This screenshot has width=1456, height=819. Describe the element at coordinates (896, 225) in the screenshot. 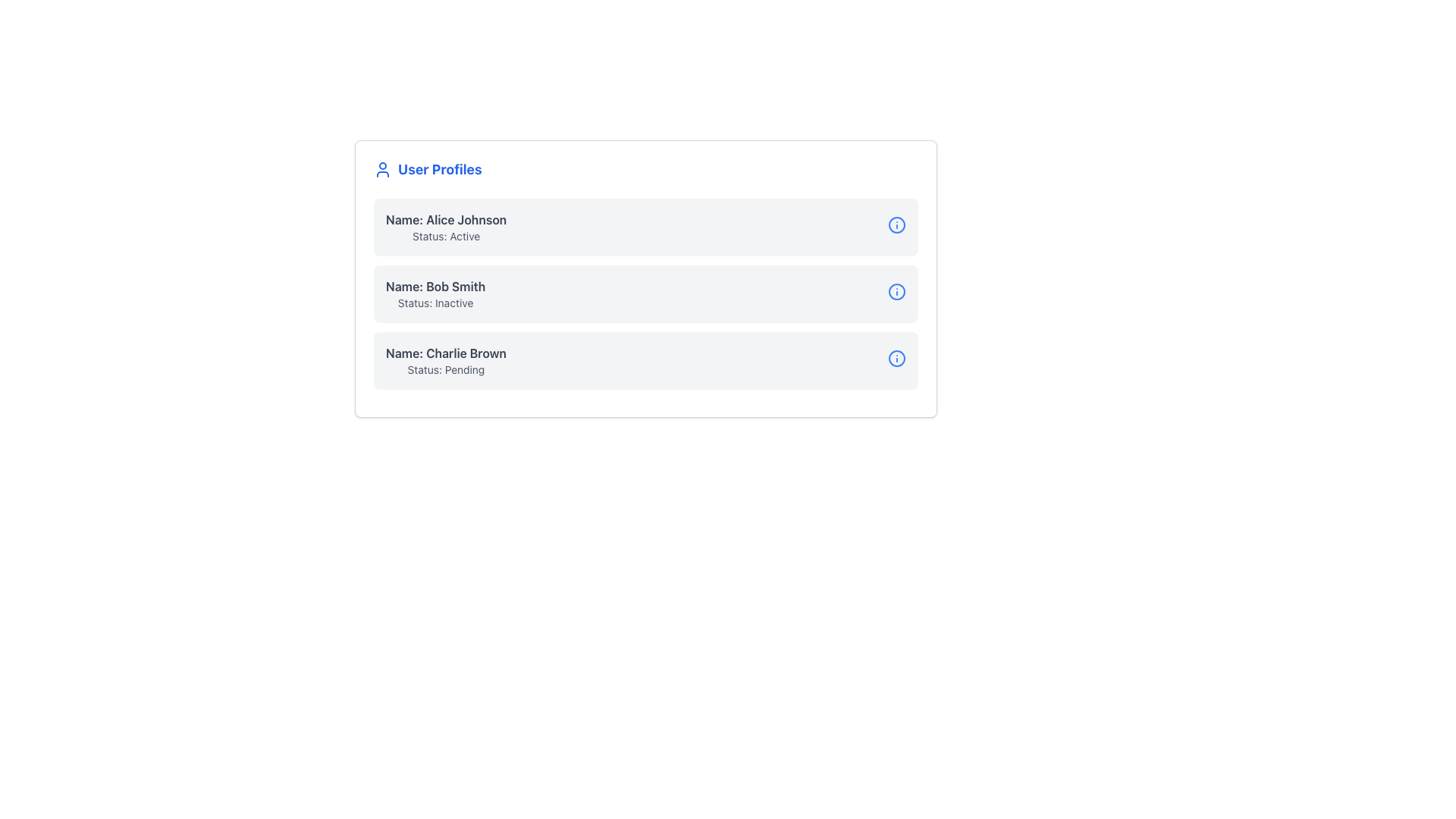

I see `the circular blue-bordered icon with a white interior and blue 'i' symbol` at that location.